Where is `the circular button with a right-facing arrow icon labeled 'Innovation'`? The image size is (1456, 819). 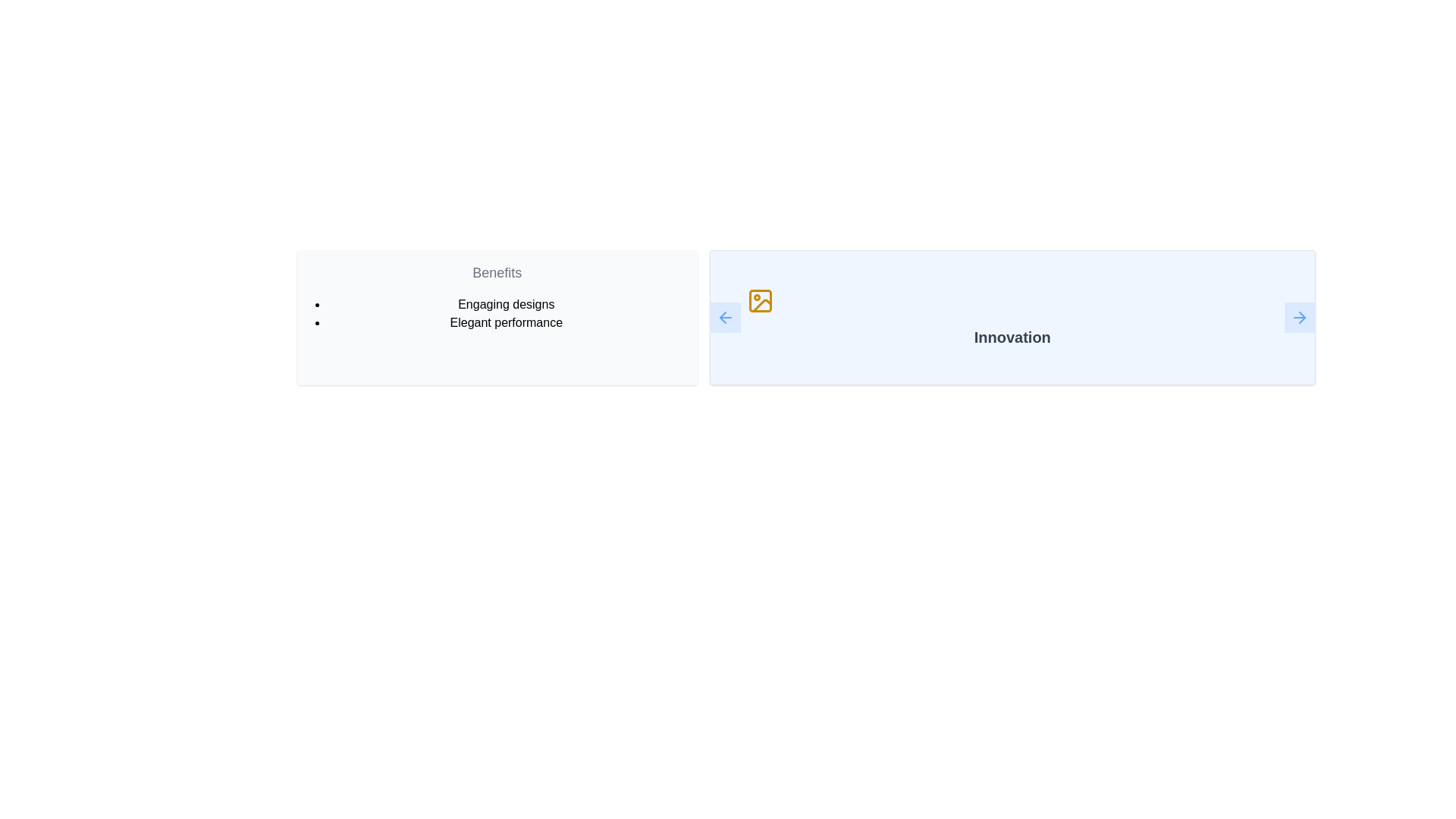
the circular button with a right-facing arrow icon labeled 'Innovation' is located at coordinates (1298, 317).